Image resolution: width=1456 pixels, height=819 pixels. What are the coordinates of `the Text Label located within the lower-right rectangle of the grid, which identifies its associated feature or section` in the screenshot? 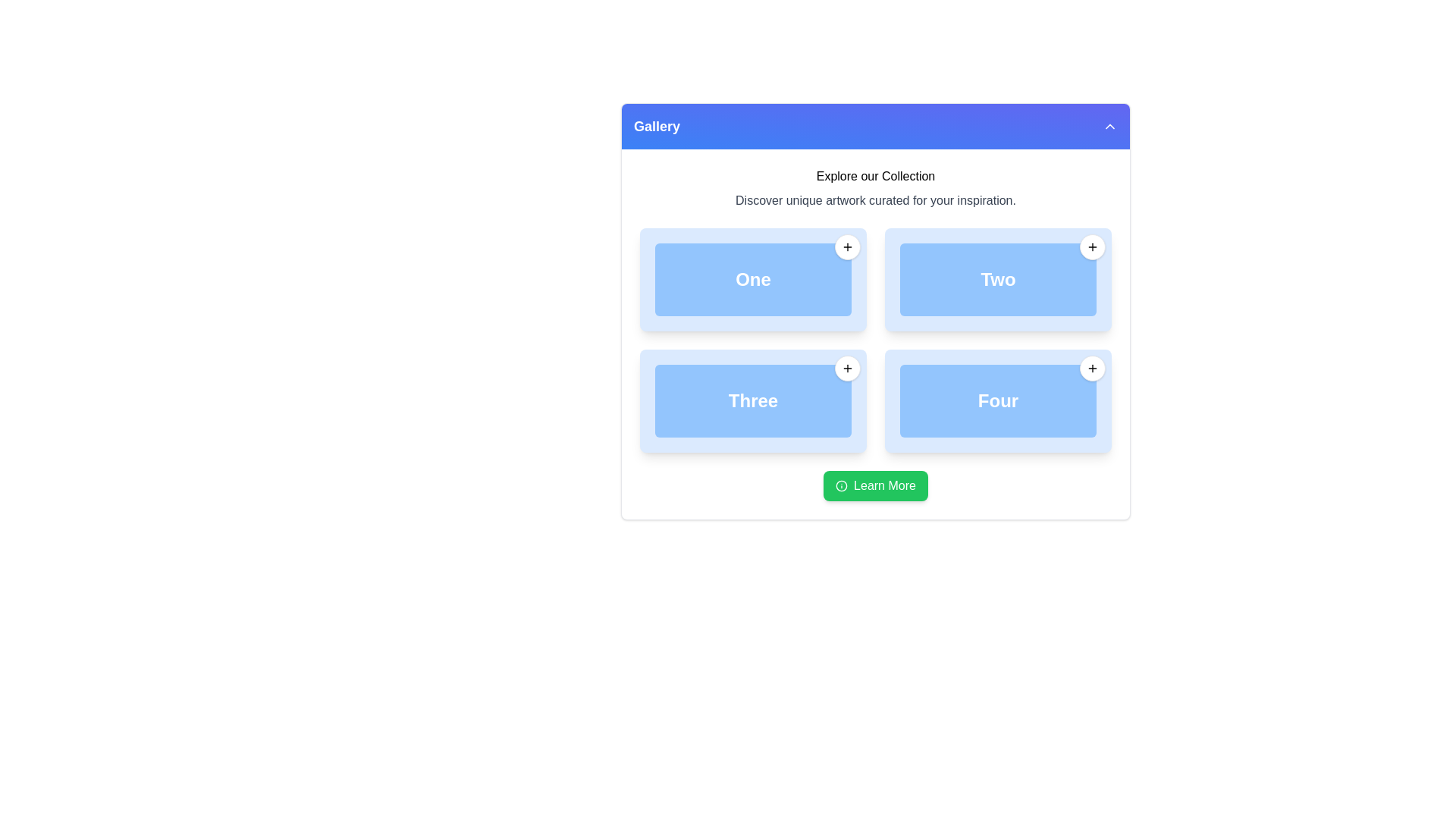 It's located at (998, 400).